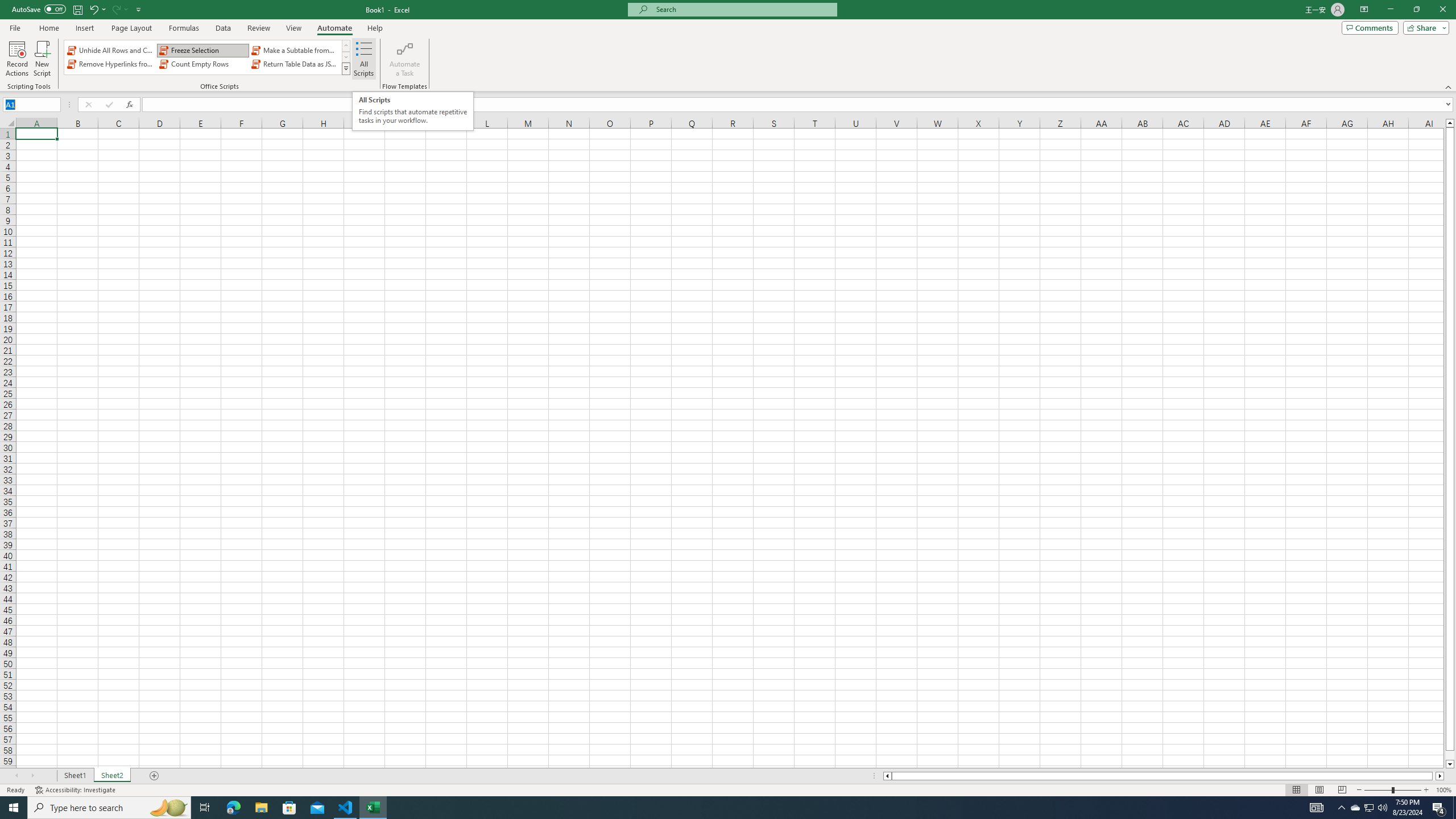 This screenshot has width=1456, height=819. What do you see at coordinates (1416, 9) in the screenshot?
I see `'Restore Down'` at bounding box center [1416, 9].